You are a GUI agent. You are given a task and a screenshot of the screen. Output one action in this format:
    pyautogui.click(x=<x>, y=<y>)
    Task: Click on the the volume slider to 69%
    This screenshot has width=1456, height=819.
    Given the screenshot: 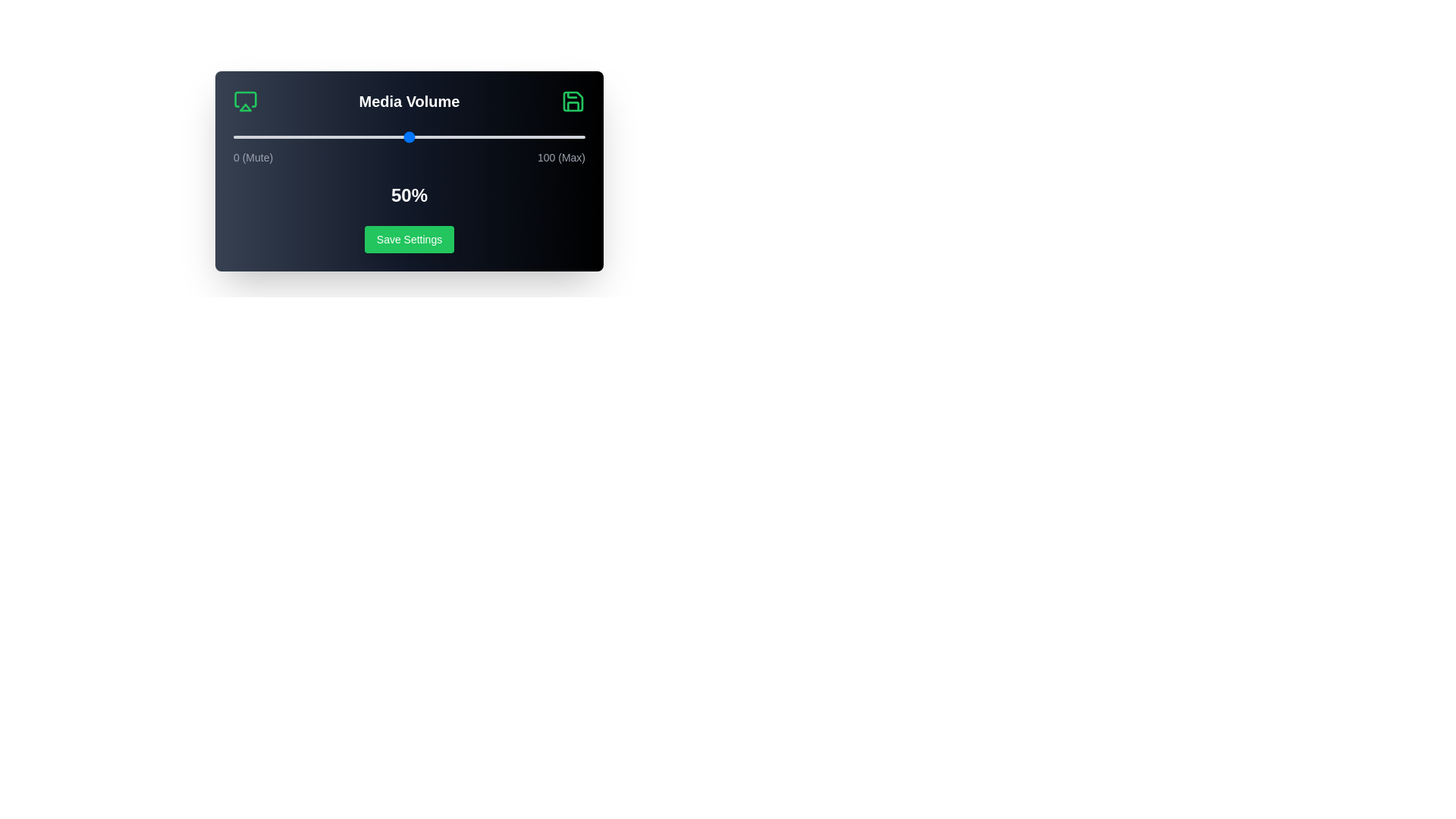 What is the action you would take?
    pyautogui.click(x=475, y=137)
    